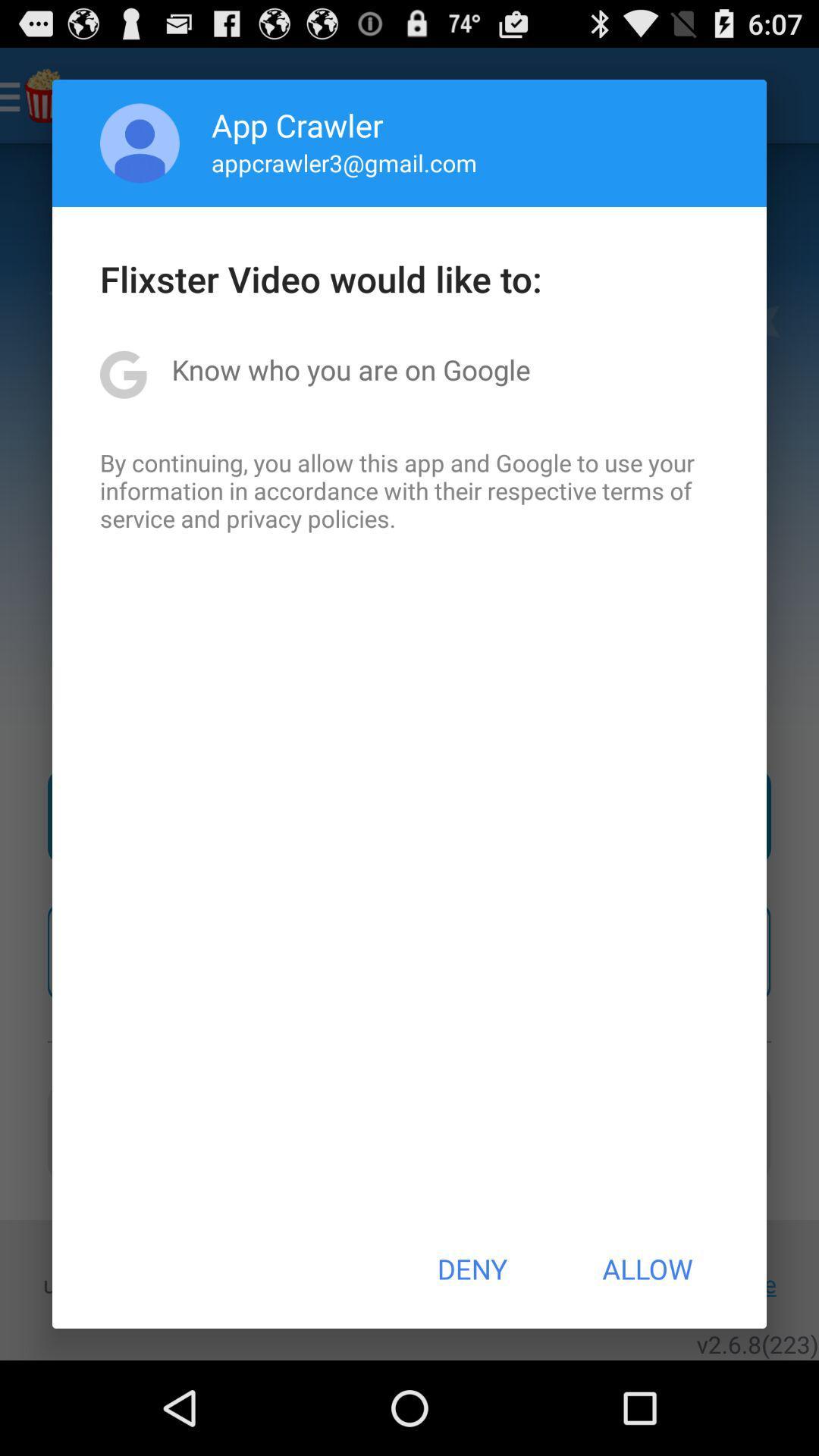 This screenshot has width=819, height=1456. What do you see at coordinates (344, 162) in the screenshot?
I see `the item below app crawler` at bounding box center [344, 162].